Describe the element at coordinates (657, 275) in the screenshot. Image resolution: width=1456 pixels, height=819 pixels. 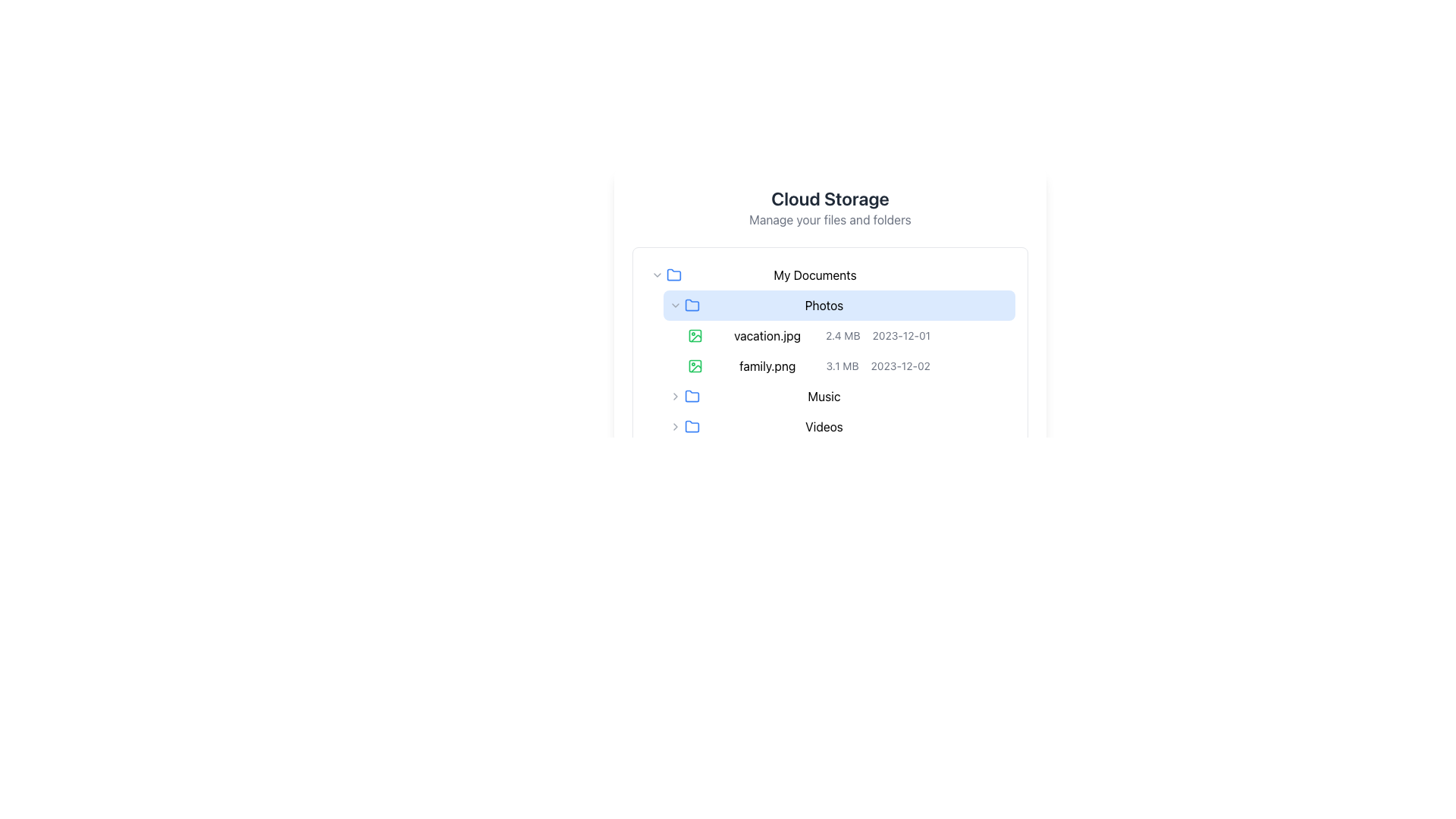
I see `the chevron-down icon, which is a small arrow pointing downwards with a thin, grey outline, located to the left of the 'My Documents' text` at that location.